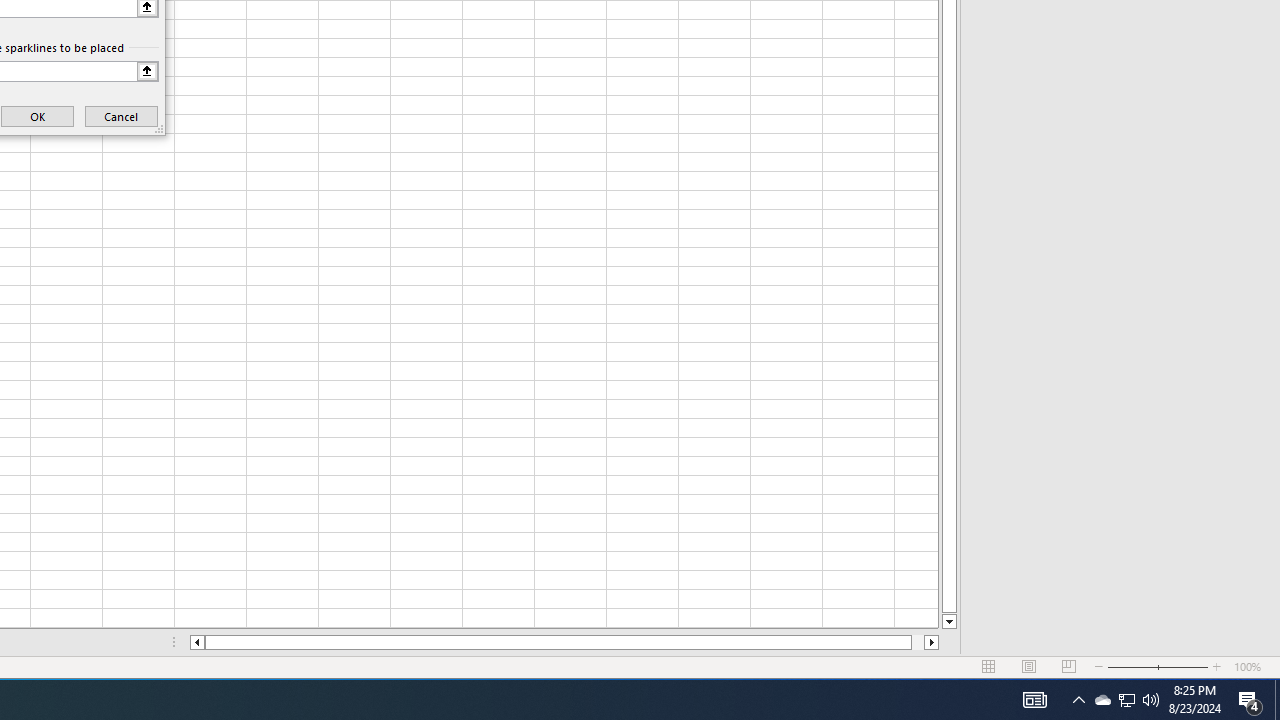 Image resolution: width=1280 pixels, height=720 pixels. What do you see at coordinates (988, 667) in the screenshot?
I see `'Normal'` at bounding box center [988, 667].